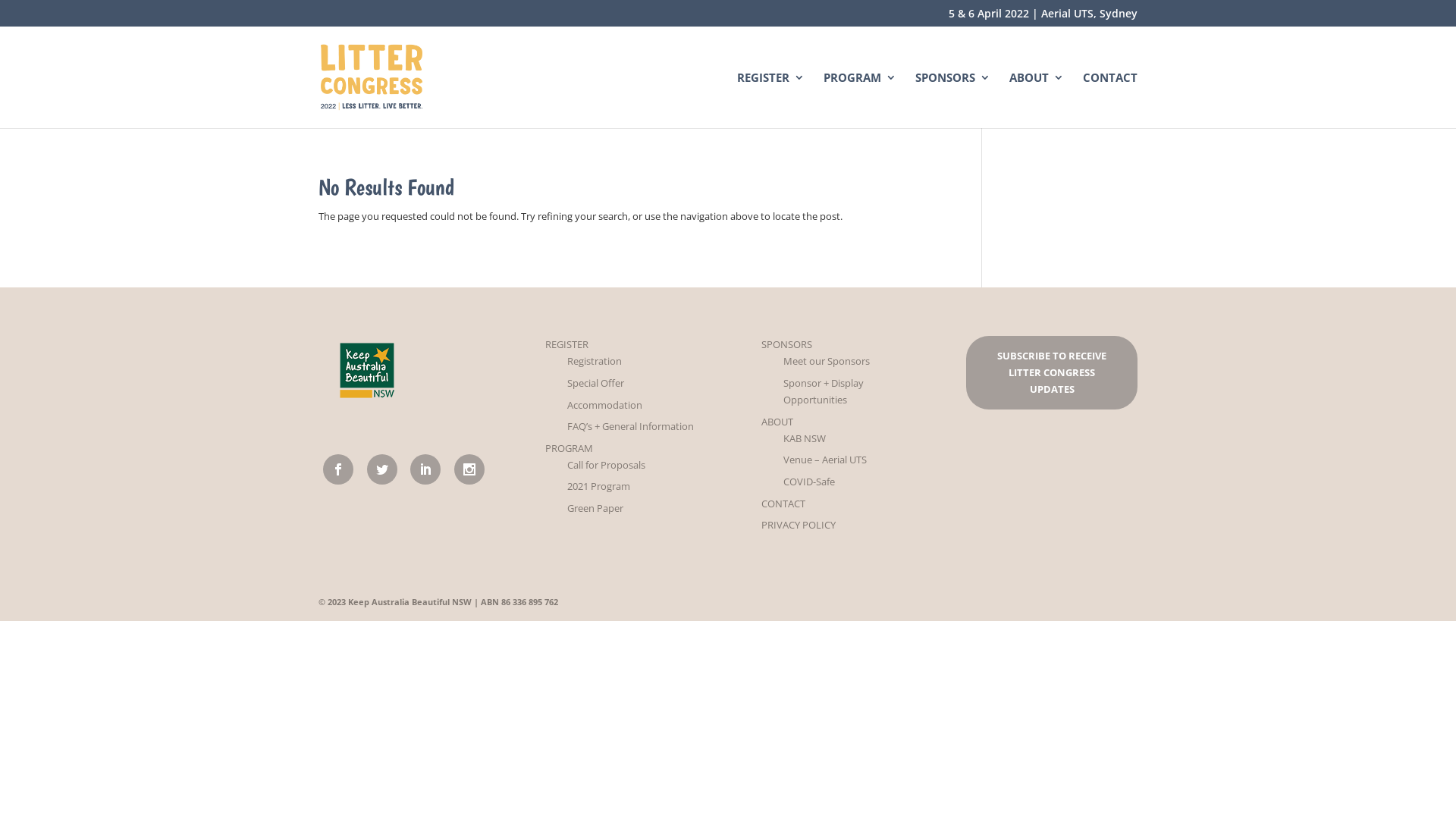  I want to click on 'PROGRAM', so click(859, 99).